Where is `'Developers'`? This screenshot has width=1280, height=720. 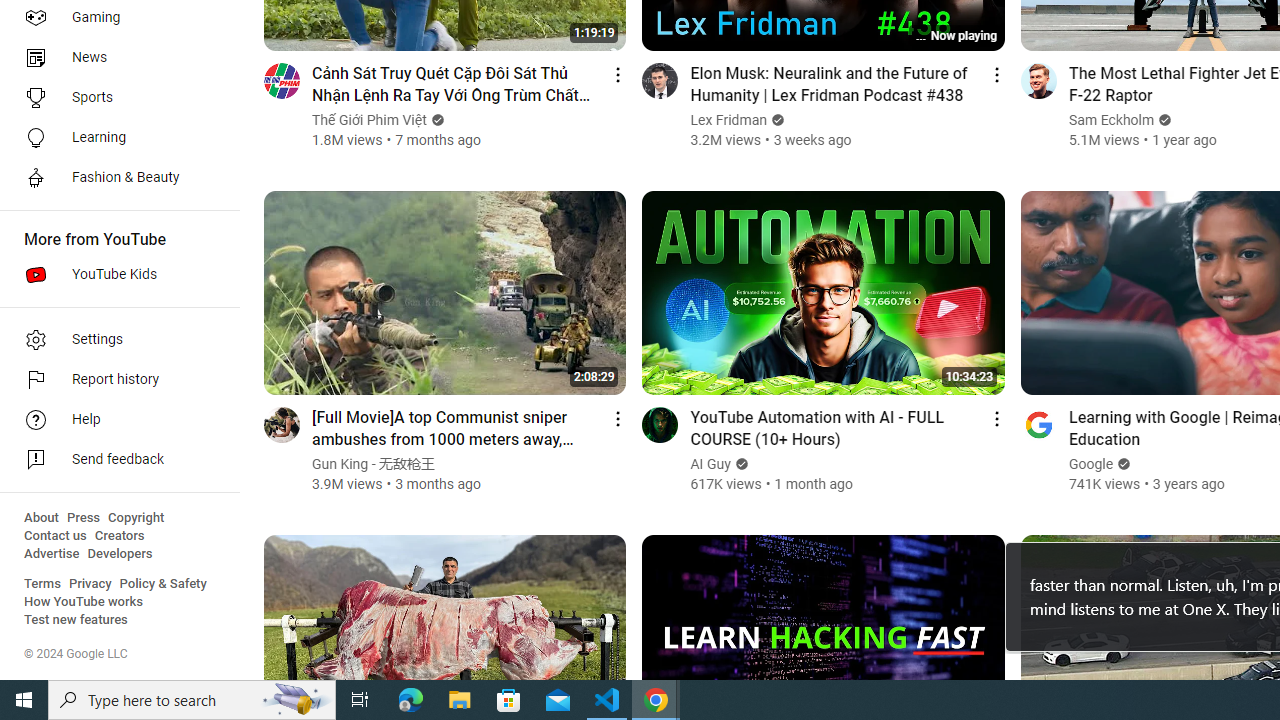
'Developers' is located at coordinates (119, 554).